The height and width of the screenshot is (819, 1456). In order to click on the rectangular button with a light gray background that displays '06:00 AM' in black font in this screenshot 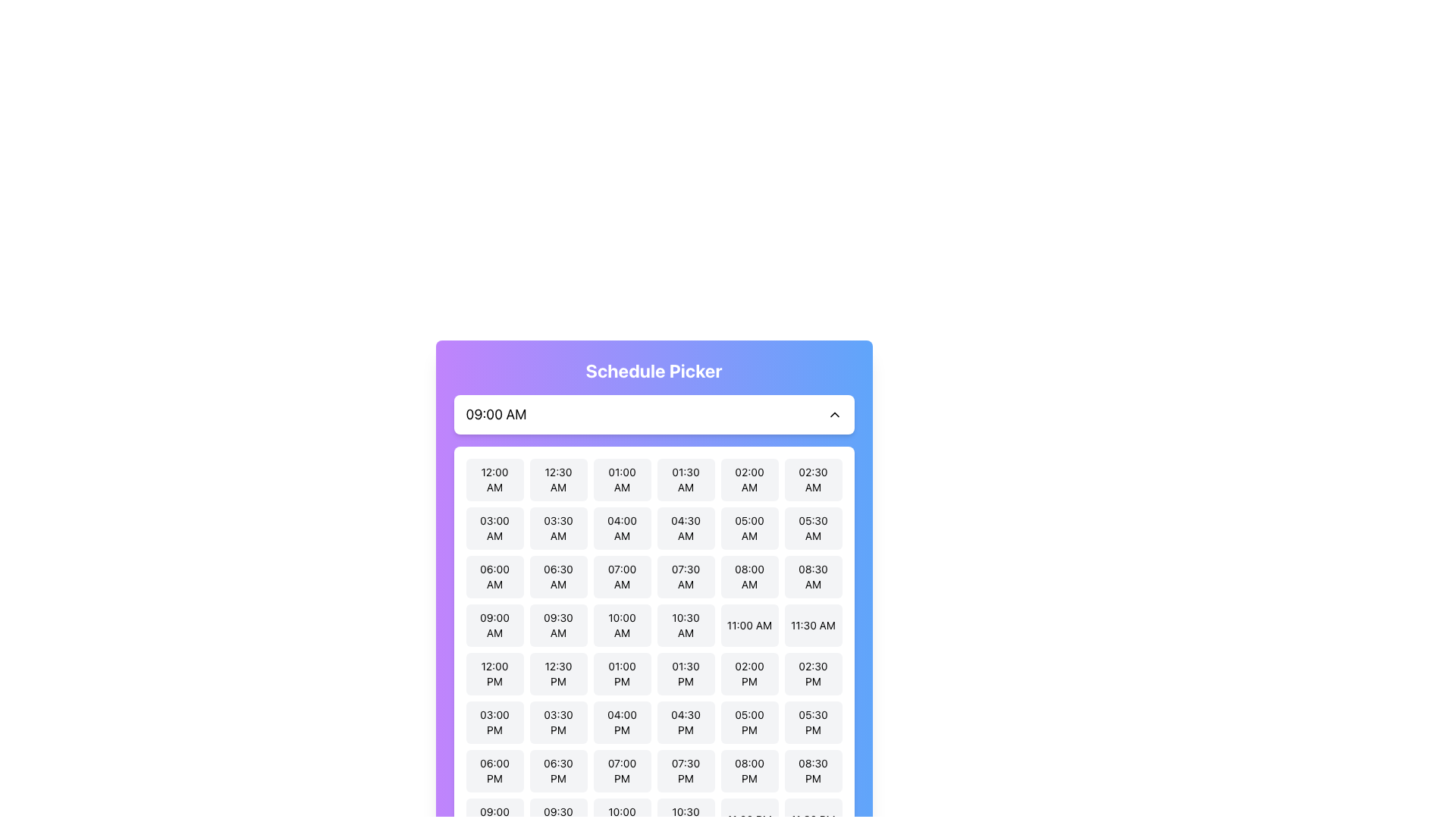, I will do `click(494, 576)`.